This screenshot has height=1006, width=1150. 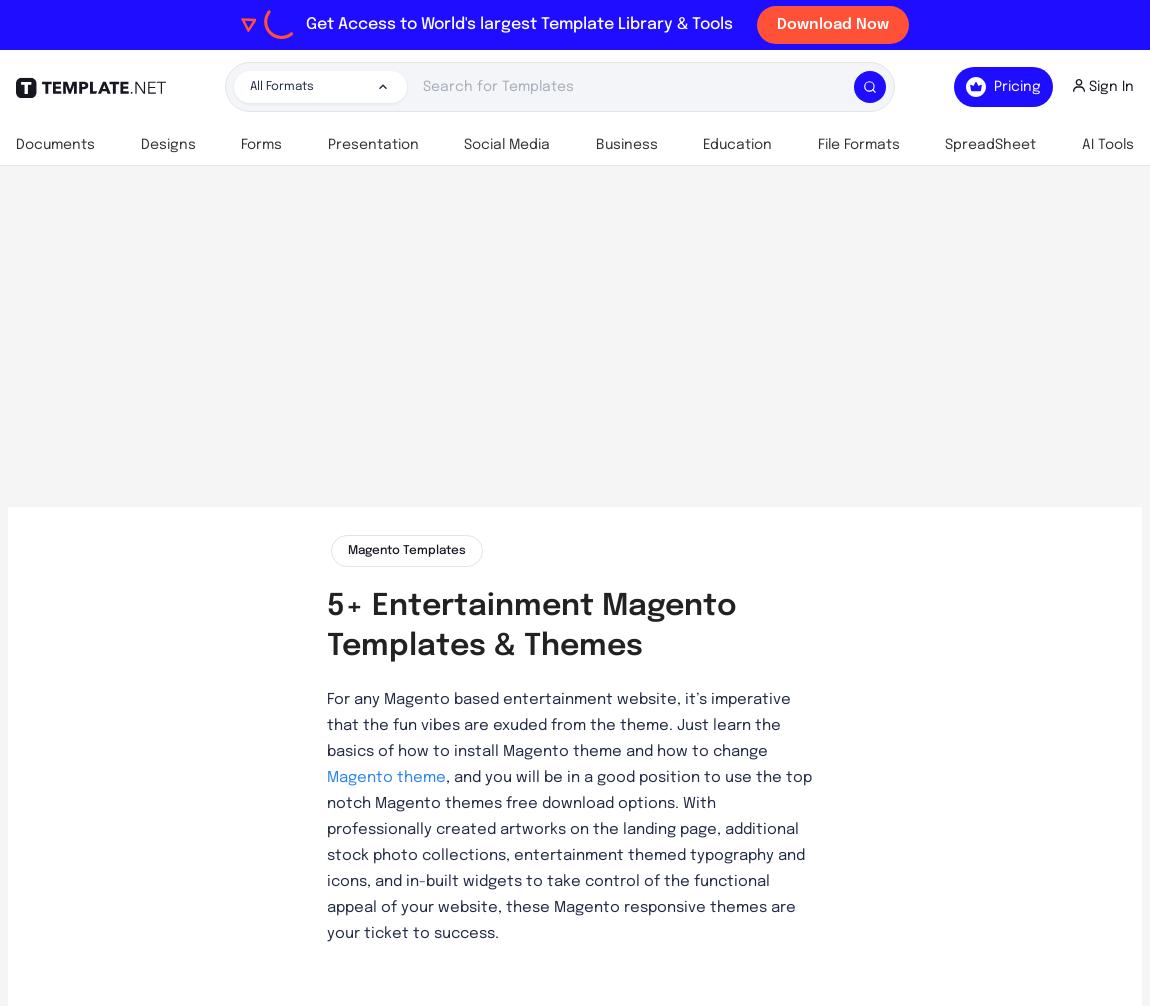 What do you see at coordinates (406, 550) in the screenshot?
I see `'Magento Templates'` at bounding box center [406, 550].